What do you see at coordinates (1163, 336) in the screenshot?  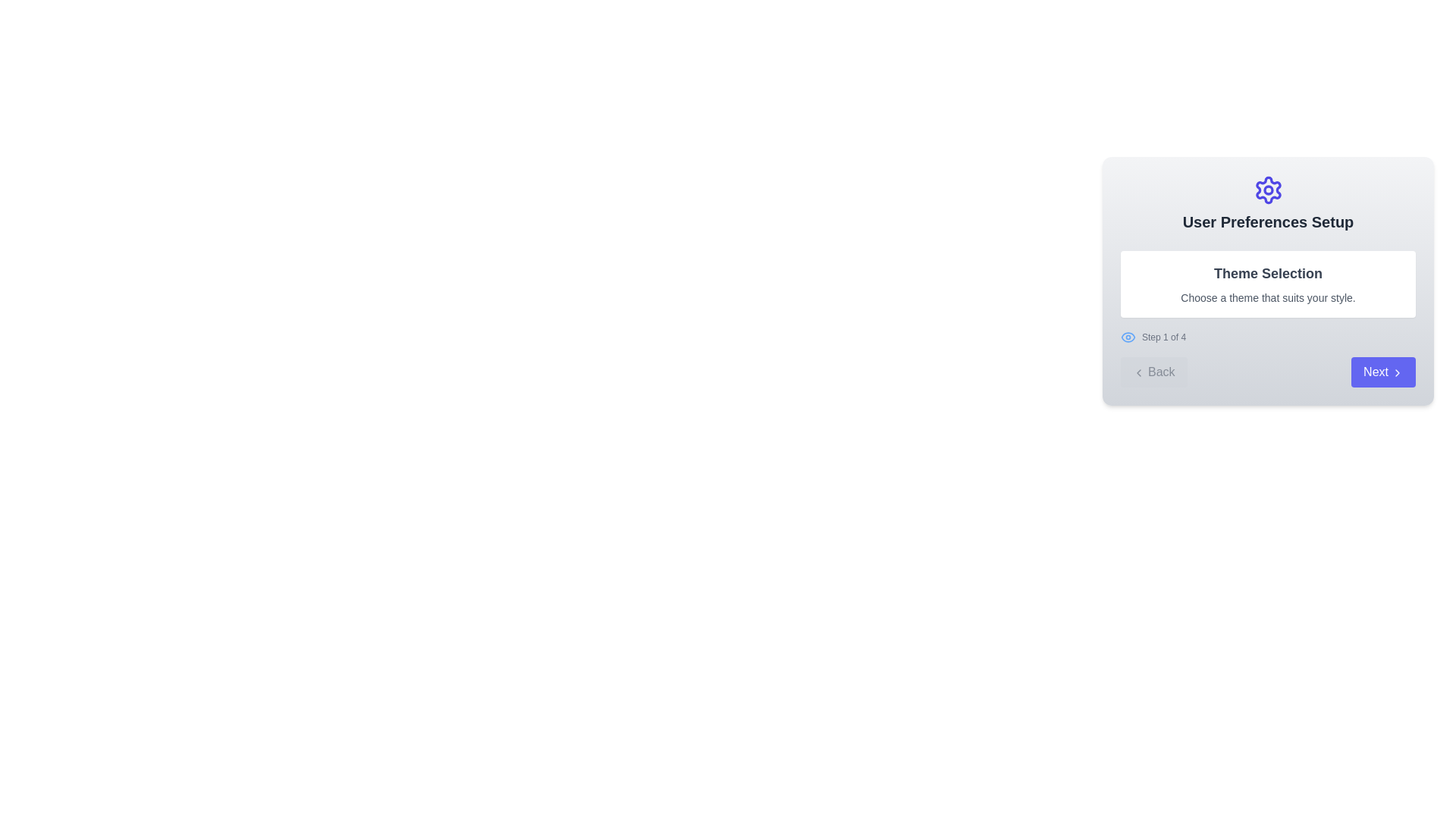 I see `the progress indicator label that informs the user they are on the first step of the four-step process in 'User Preferences Setup', located to the right of the blue eye icon` at bounding box center [1163, 336].